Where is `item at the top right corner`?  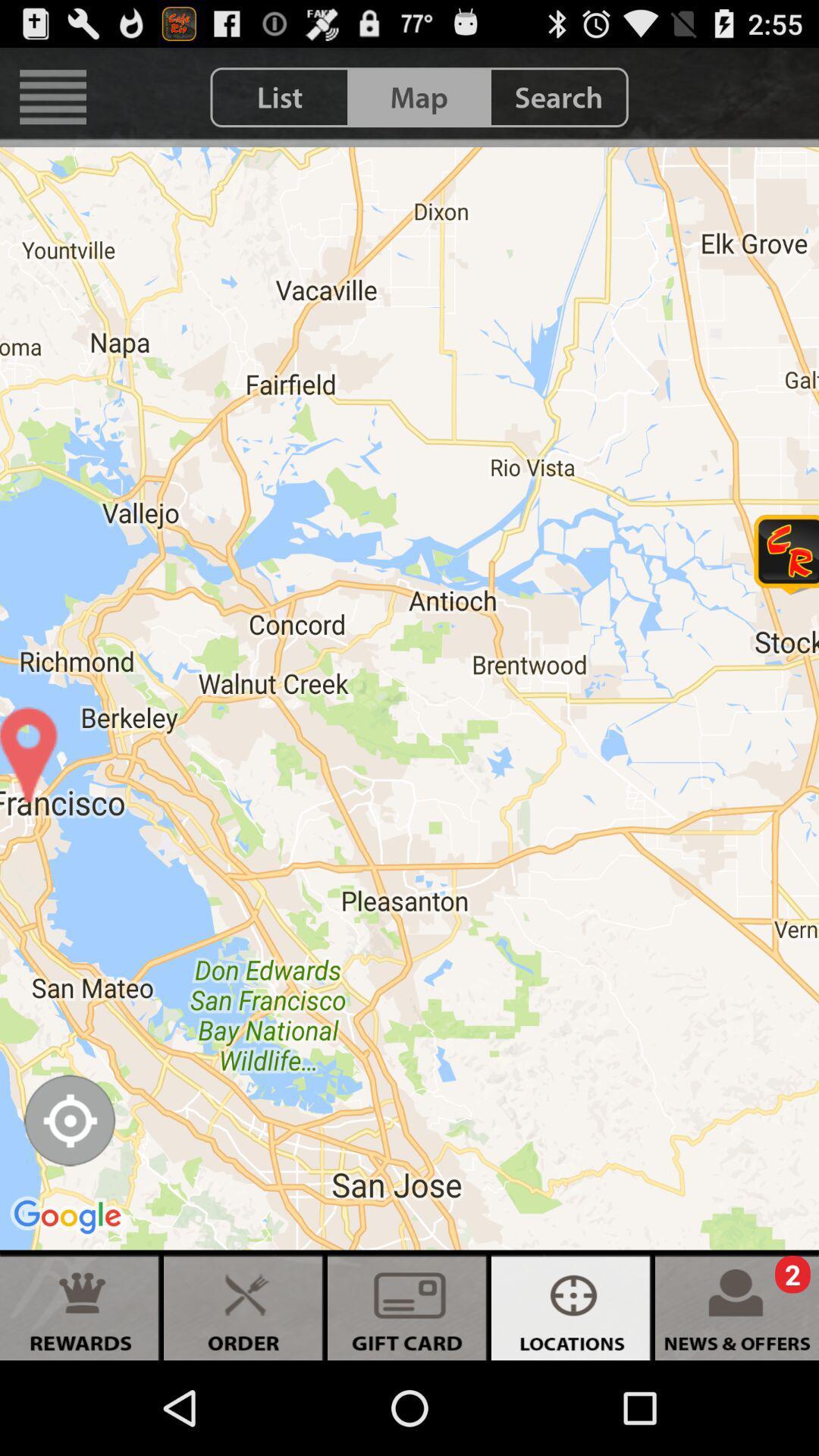
item at the top right corner is located at coordinates (558, 96).